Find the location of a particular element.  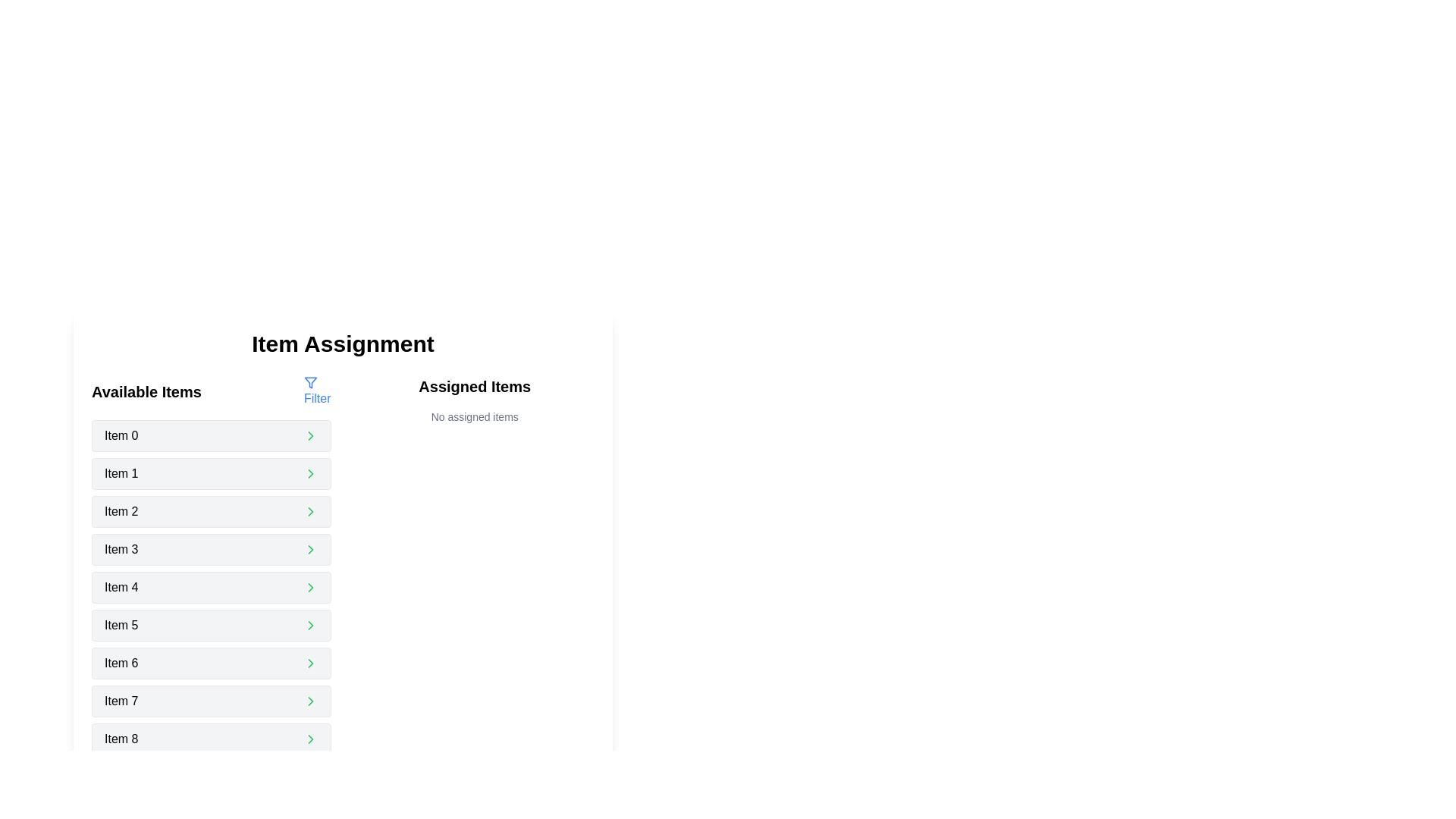

the small right-pointing green chevron arrow icon next to 'Item 5' in the 'Available Items' list is located at coordinates (309, 626).